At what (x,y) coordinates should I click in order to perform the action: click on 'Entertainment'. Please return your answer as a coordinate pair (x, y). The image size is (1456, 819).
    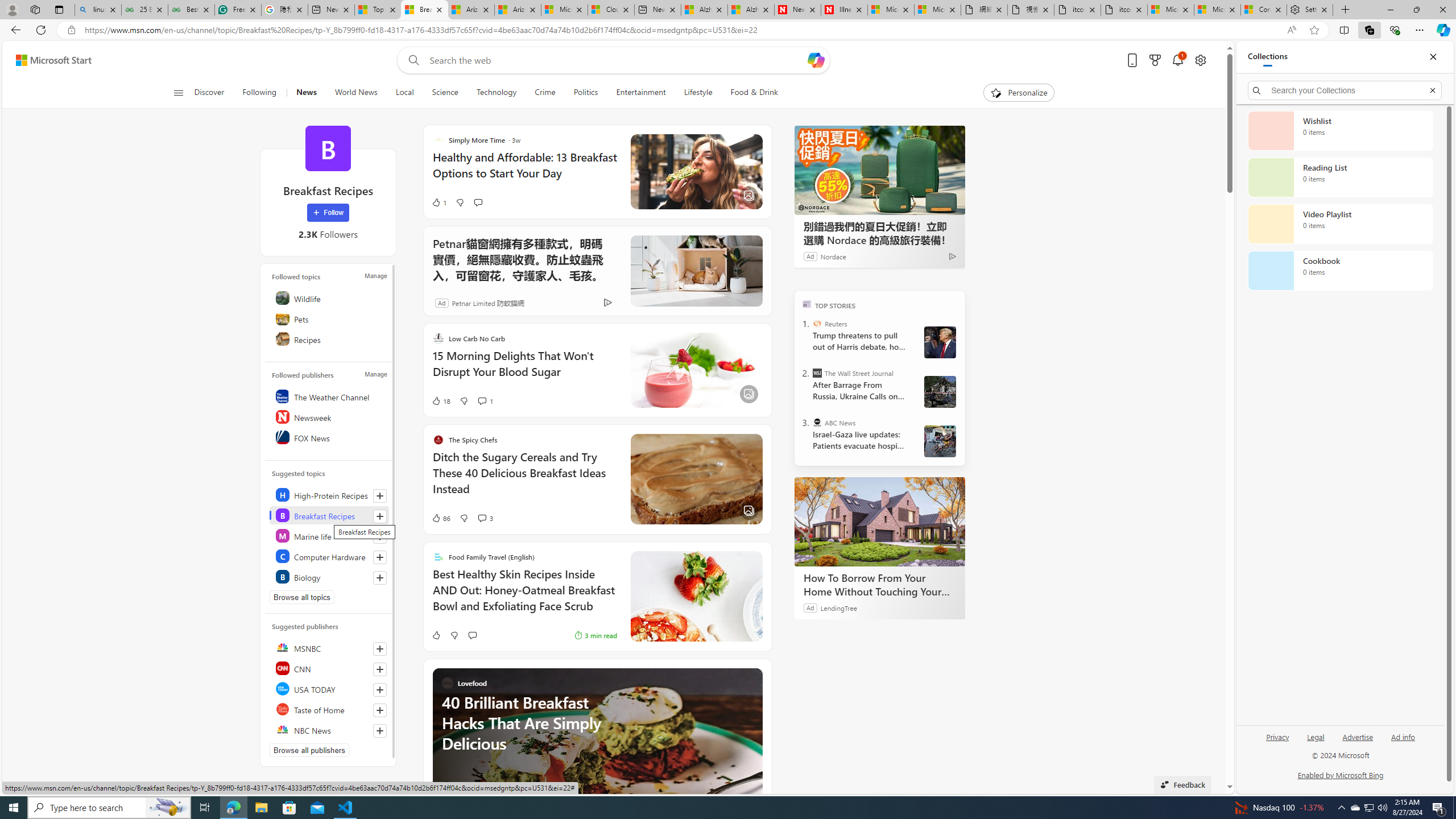
    Looking at the image, I should click on (640, 92).